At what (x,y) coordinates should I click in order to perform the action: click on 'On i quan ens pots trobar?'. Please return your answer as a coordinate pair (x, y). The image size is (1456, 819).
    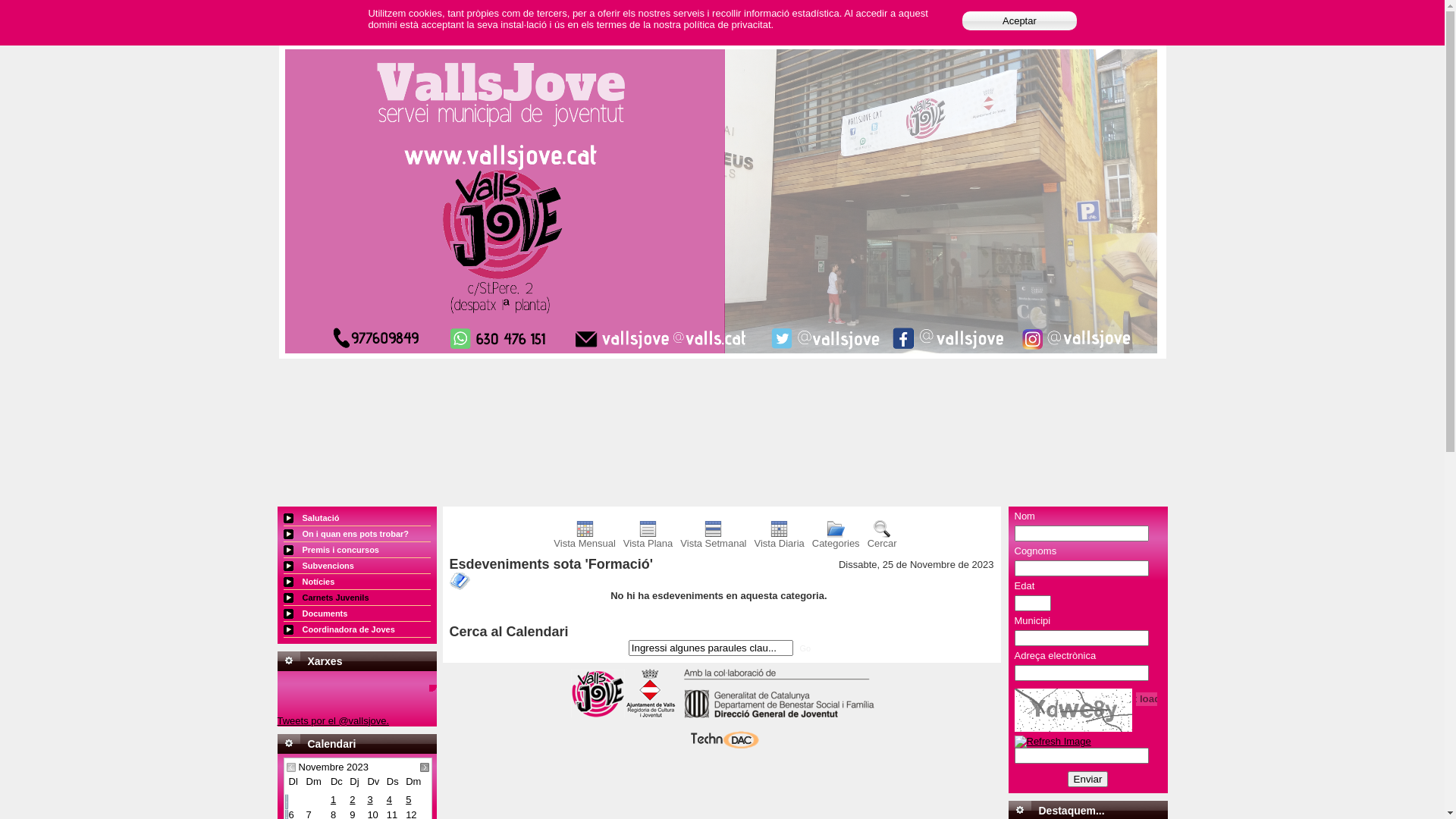
    Looking at the image, I should click on (284, 533).